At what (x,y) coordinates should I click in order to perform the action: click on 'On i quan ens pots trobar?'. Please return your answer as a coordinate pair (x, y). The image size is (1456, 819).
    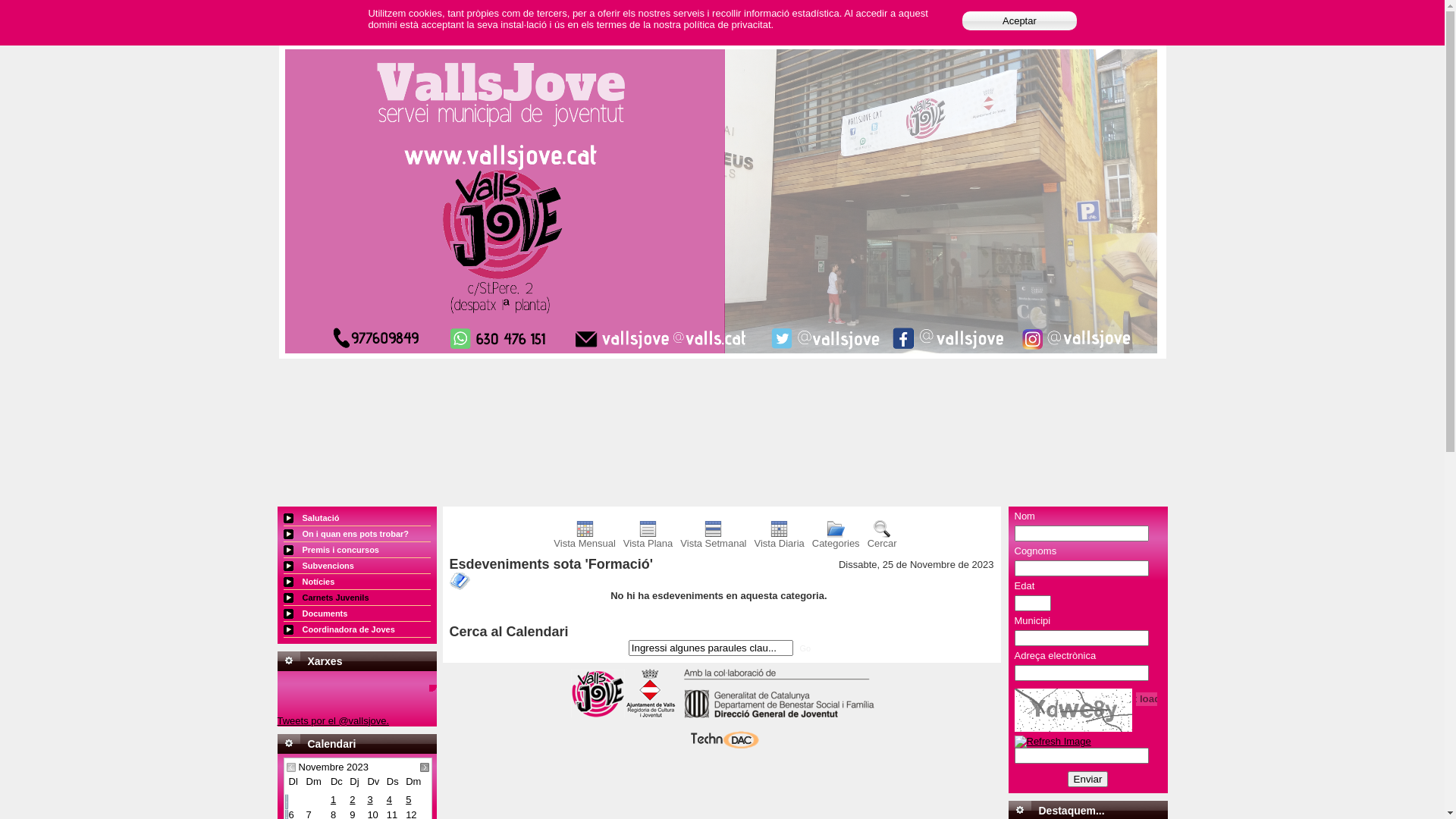
    Looking at the image, I should click on (284, 533).